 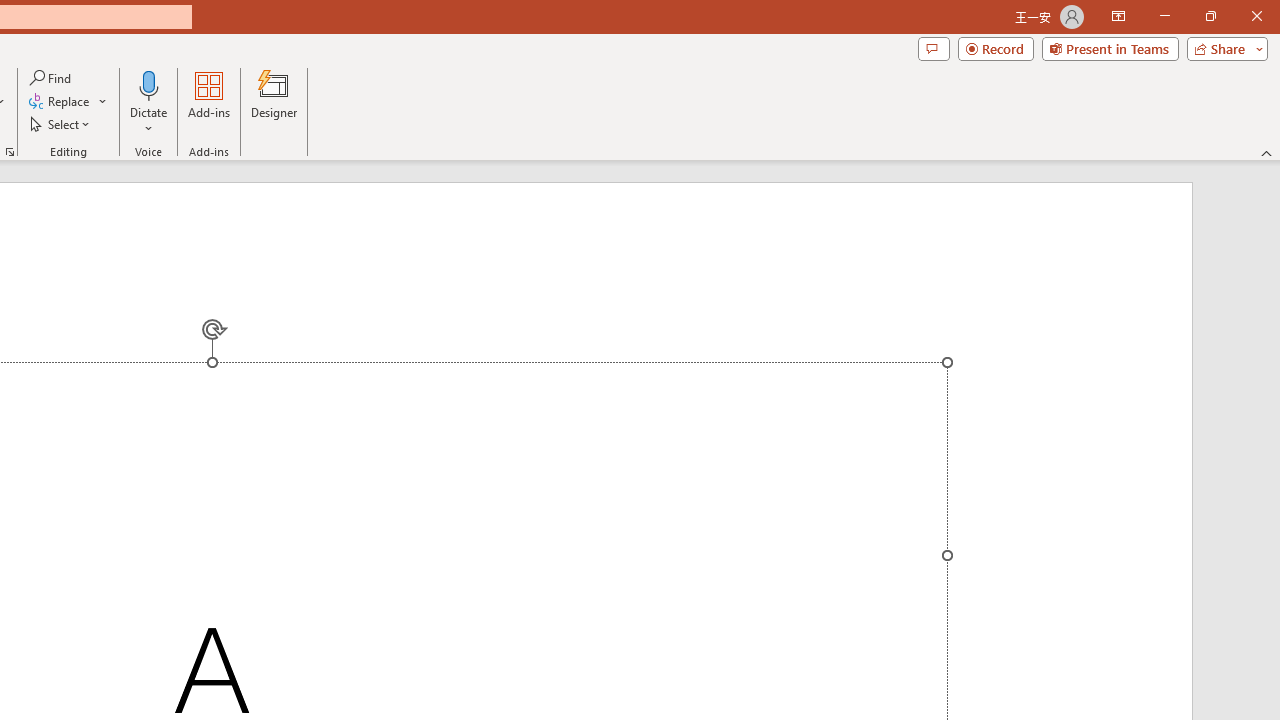 I want to click on 'Dictate', so click(x=148, y=84).